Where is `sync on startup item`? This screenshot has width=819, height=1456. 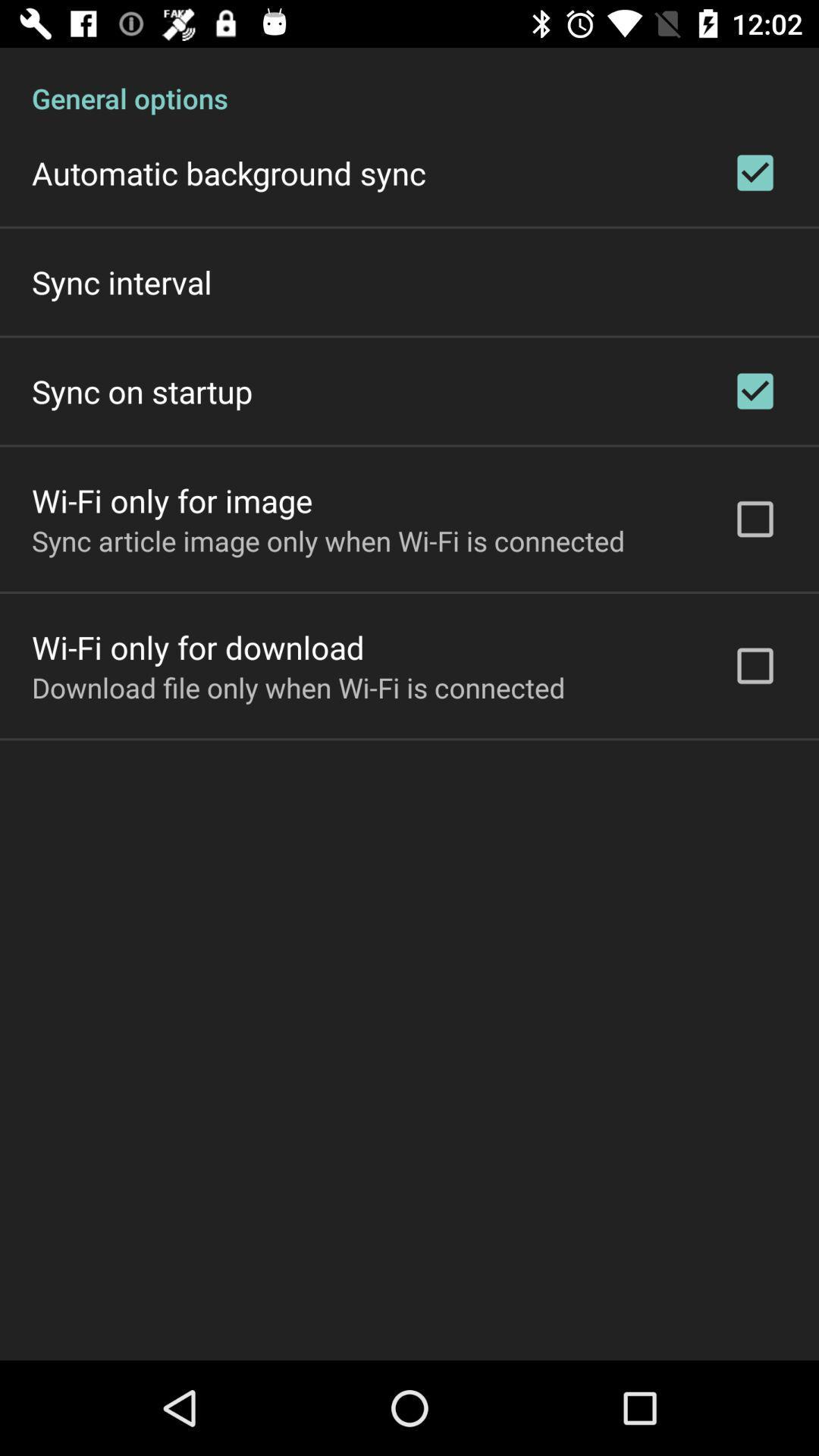 sync on startup item is located at coordinates (142, 391).